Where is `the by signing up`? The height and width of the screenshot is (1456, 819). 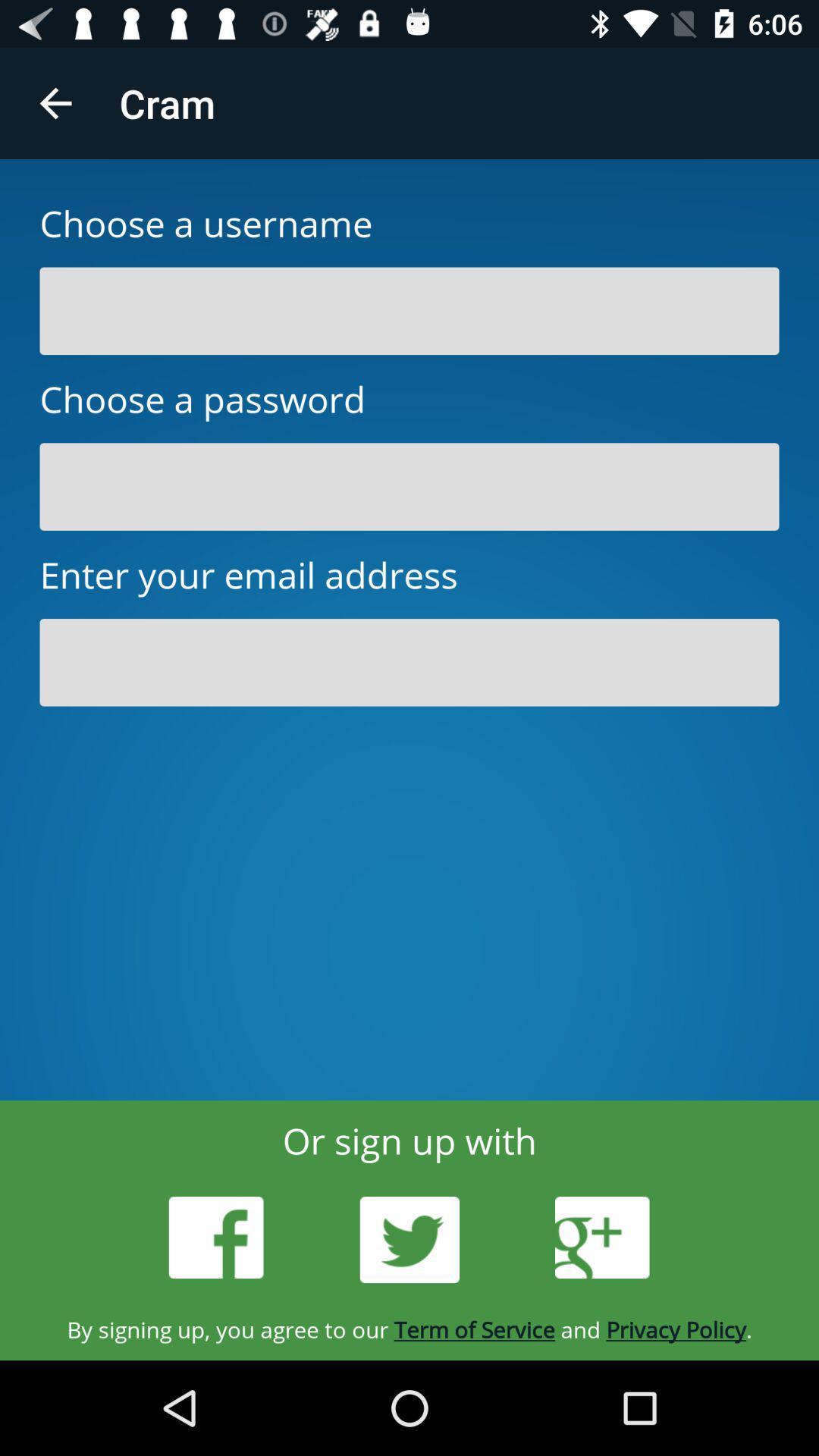 the by signing up is located at coordinates (409, 1329).